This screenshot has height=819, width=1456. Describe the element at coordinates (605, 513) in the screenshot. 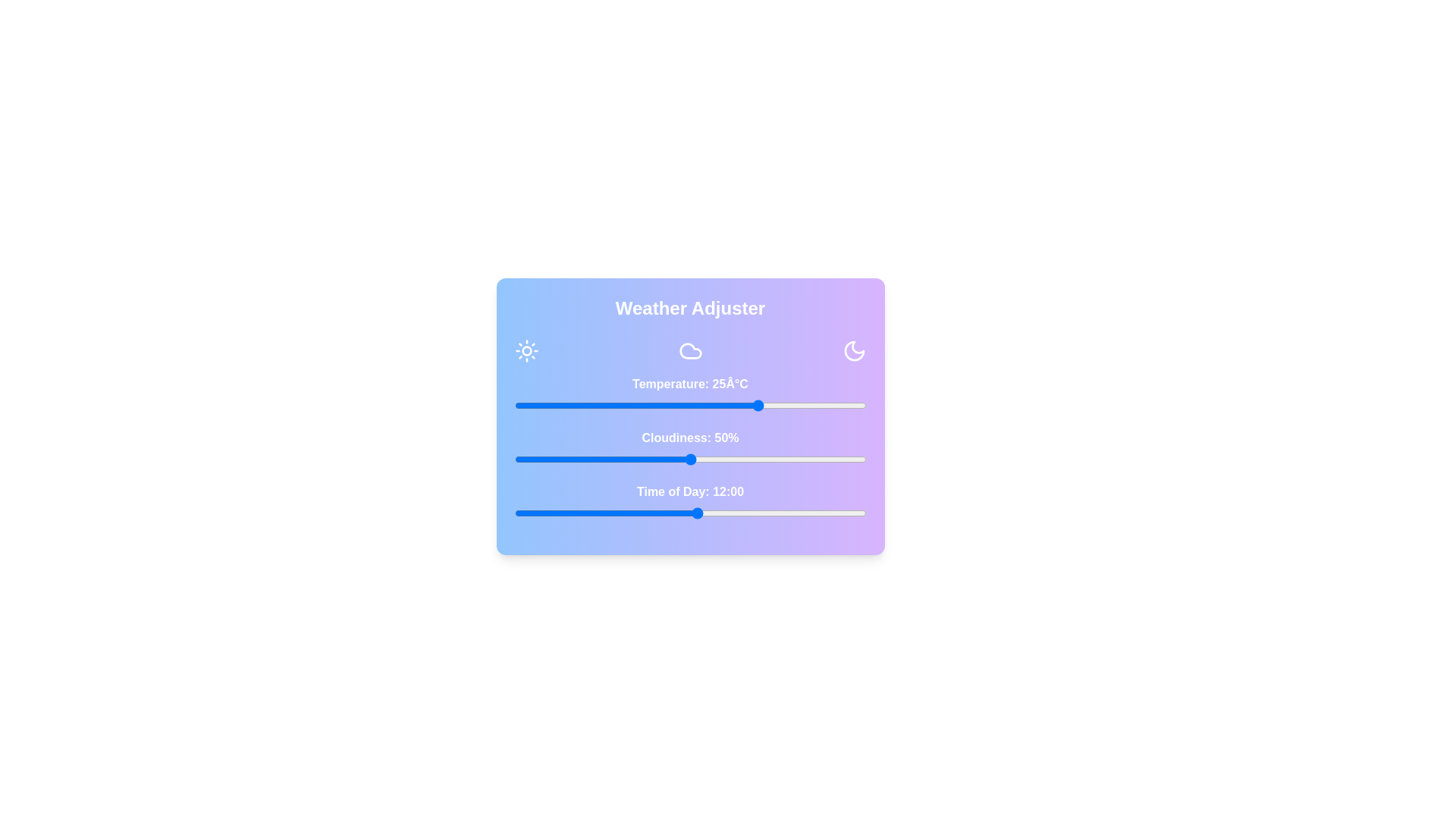

I see `the time of day` at that location.